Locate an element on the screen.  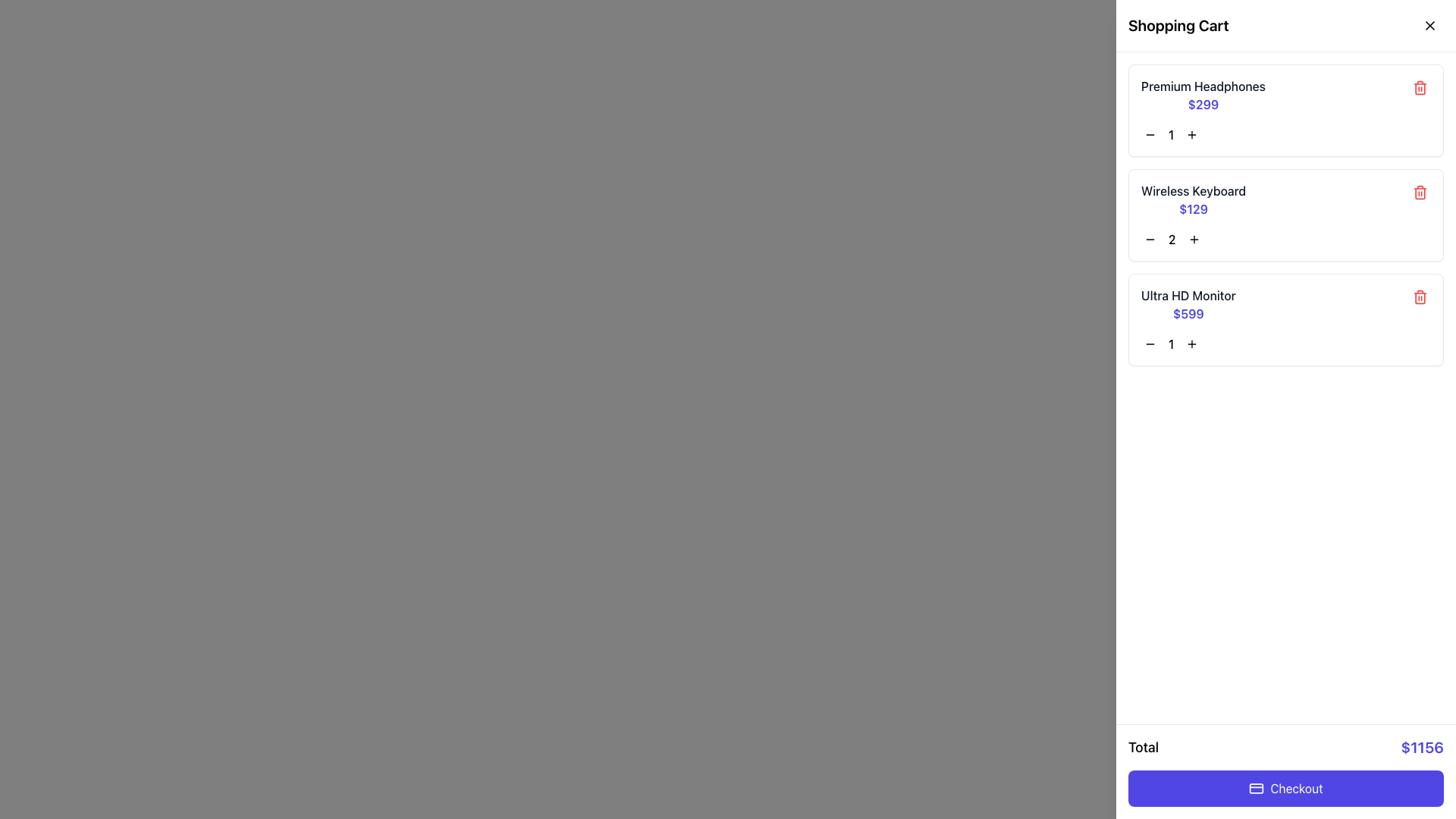
the button to remove the 'Wireless Keyboard' from the shopping cart, located to the far right of its section next to the price and quantity controls is located at coordinates (1419, 192).